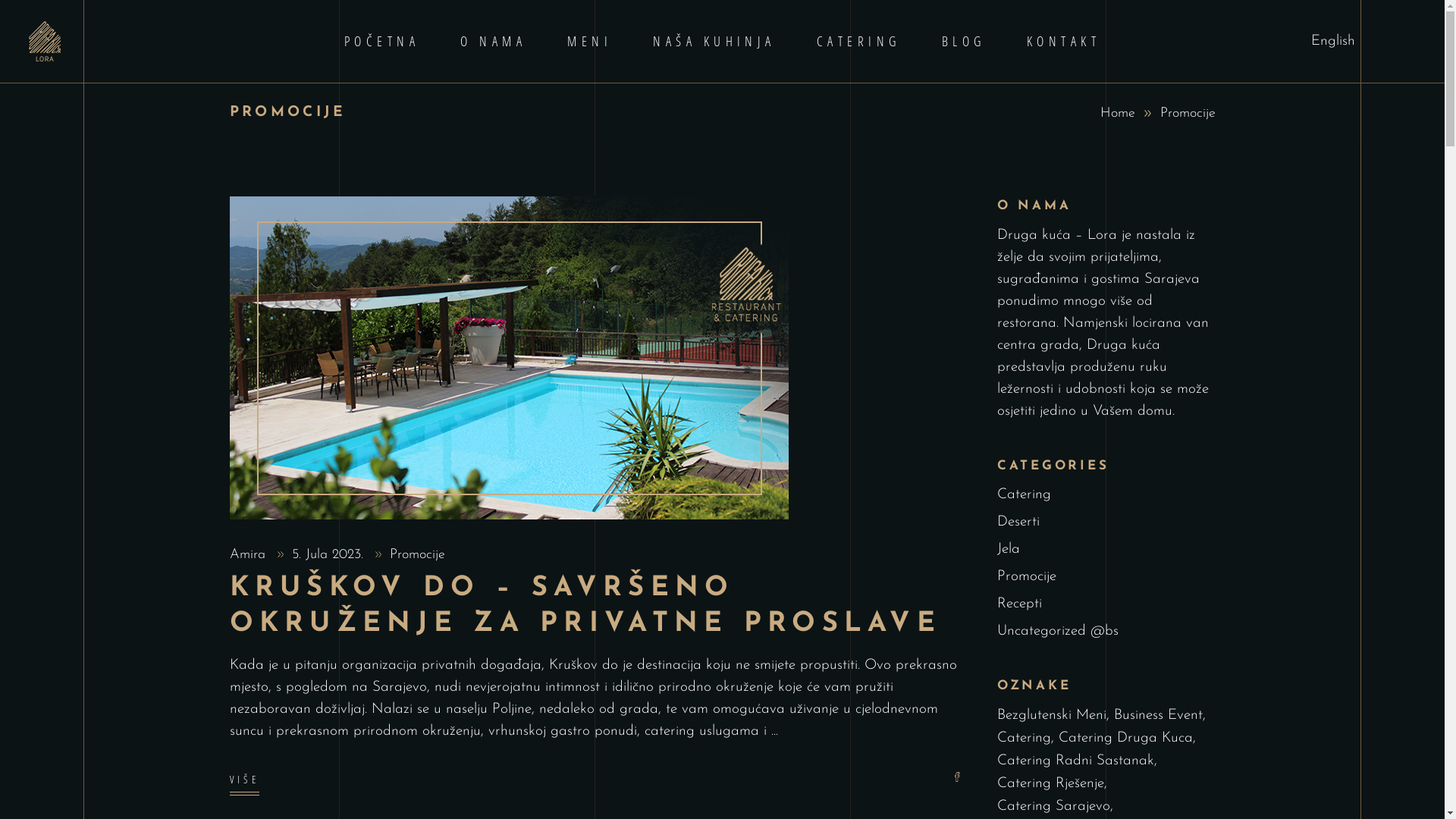 This screenshot has width=1456, height=819. I want to click on 'Business Event', so click(1159, 715).